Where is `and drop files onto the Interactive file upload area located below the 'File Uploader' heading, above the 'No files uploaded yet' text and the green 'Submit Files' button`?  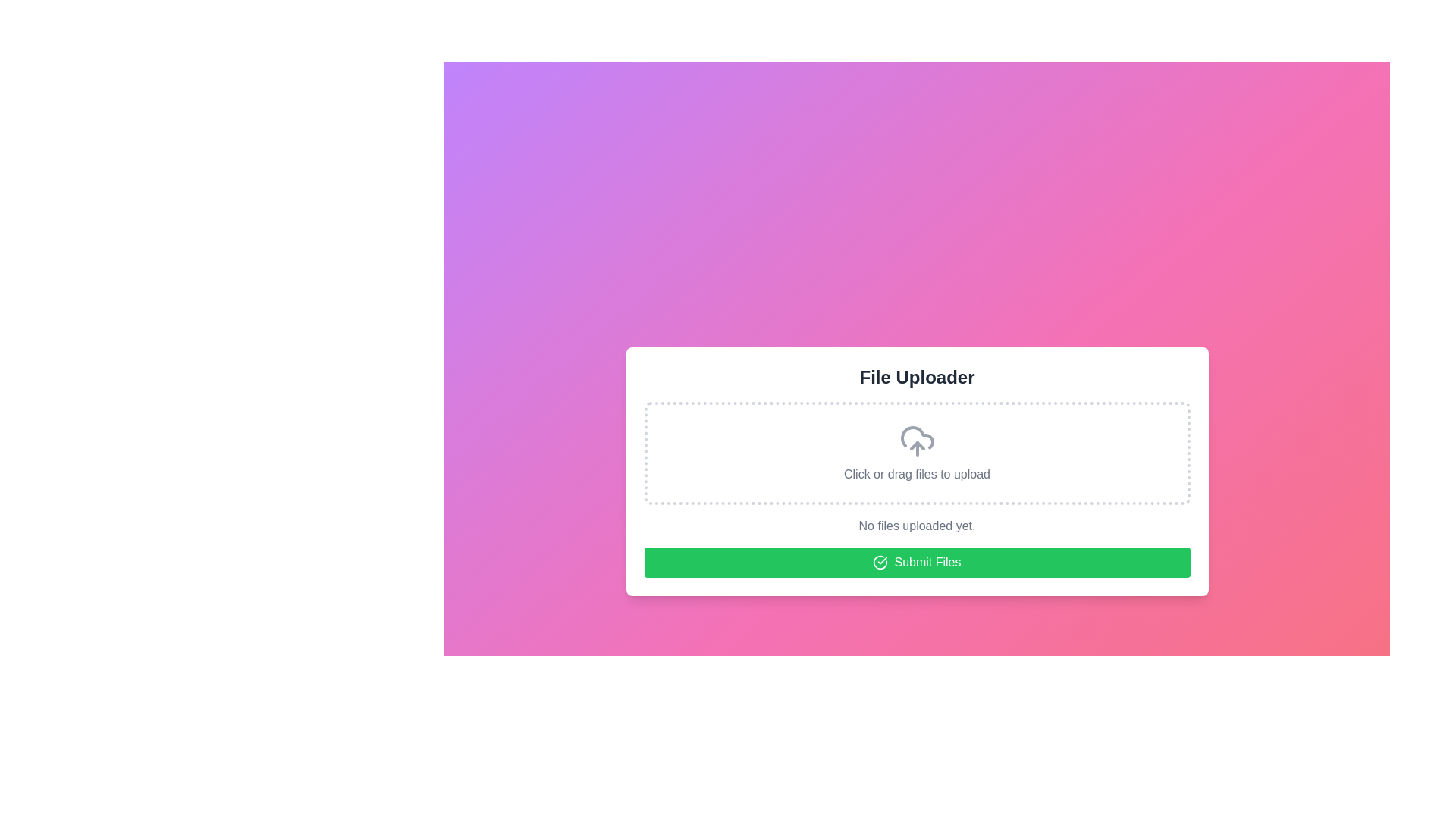 and drop files onto the Interactive file upload area located below the 'File Uploader' heading, above the 'No files uploaded yet' text and the green 'Submit Files' button is located at coordinates (916, 452).